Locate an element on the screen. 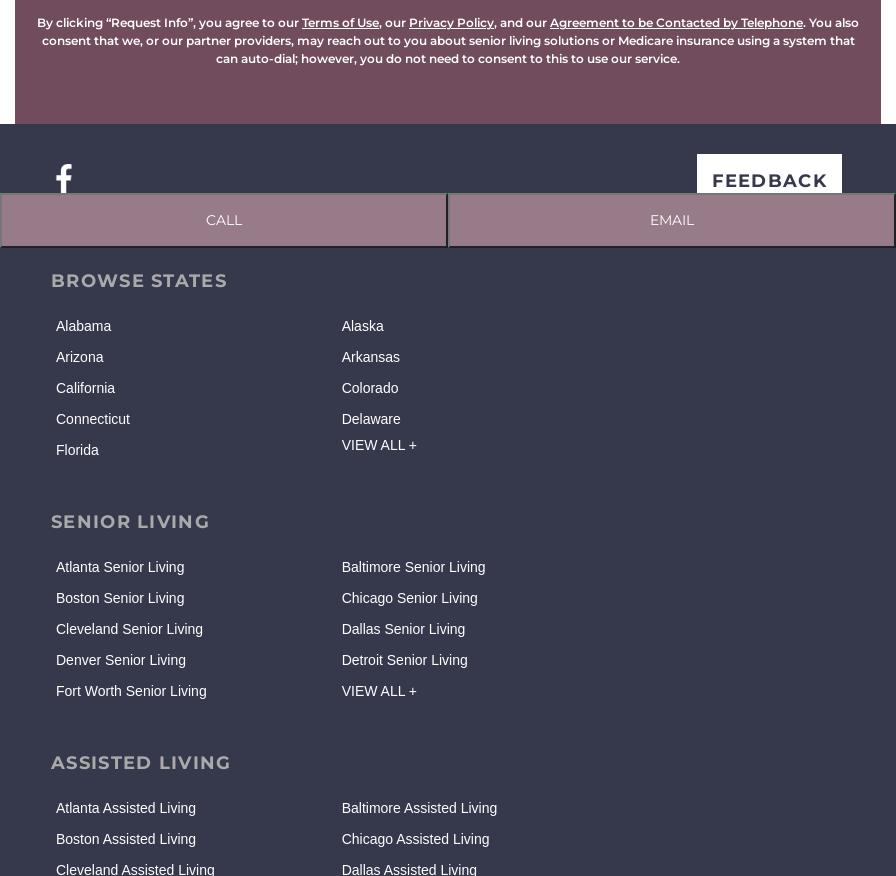 This screenshot has height=876, width=896. 'Privacy Policy' is located at coordinates (409, 21).